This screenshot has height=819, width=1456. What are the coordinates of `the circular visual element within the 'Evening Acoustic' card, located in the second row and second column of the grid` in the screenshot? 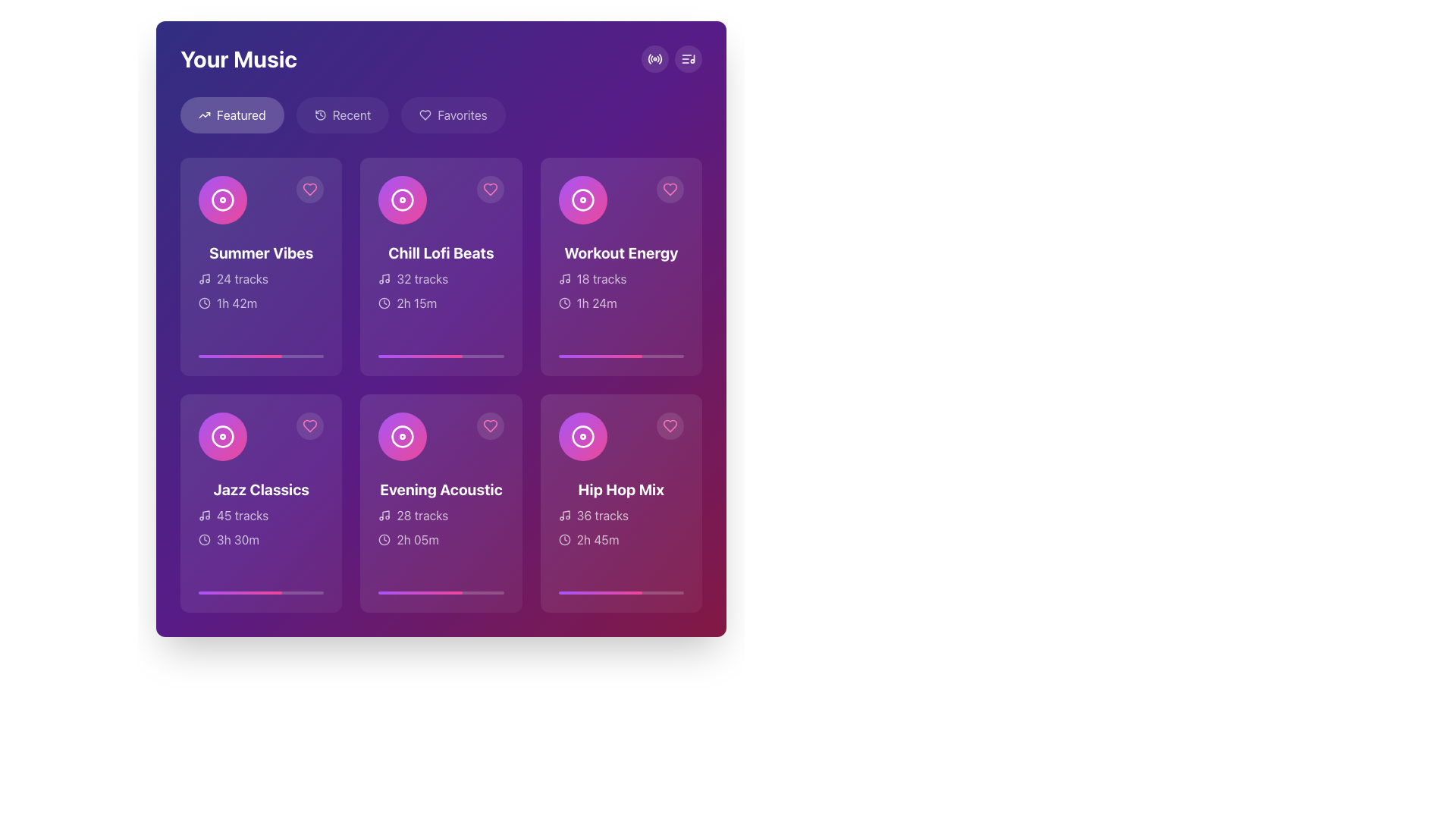 It's located at (403, 436).